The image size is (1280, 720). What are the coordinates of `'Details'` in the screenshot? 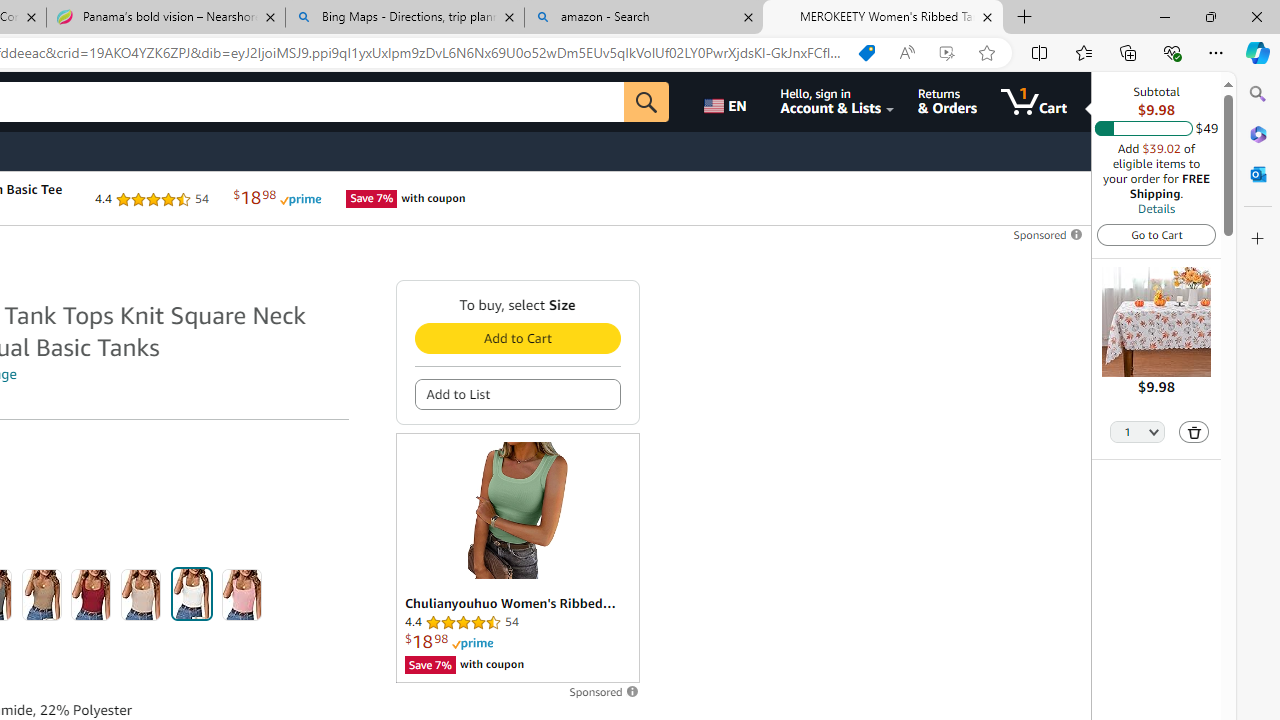 It's located at (1156, 208).